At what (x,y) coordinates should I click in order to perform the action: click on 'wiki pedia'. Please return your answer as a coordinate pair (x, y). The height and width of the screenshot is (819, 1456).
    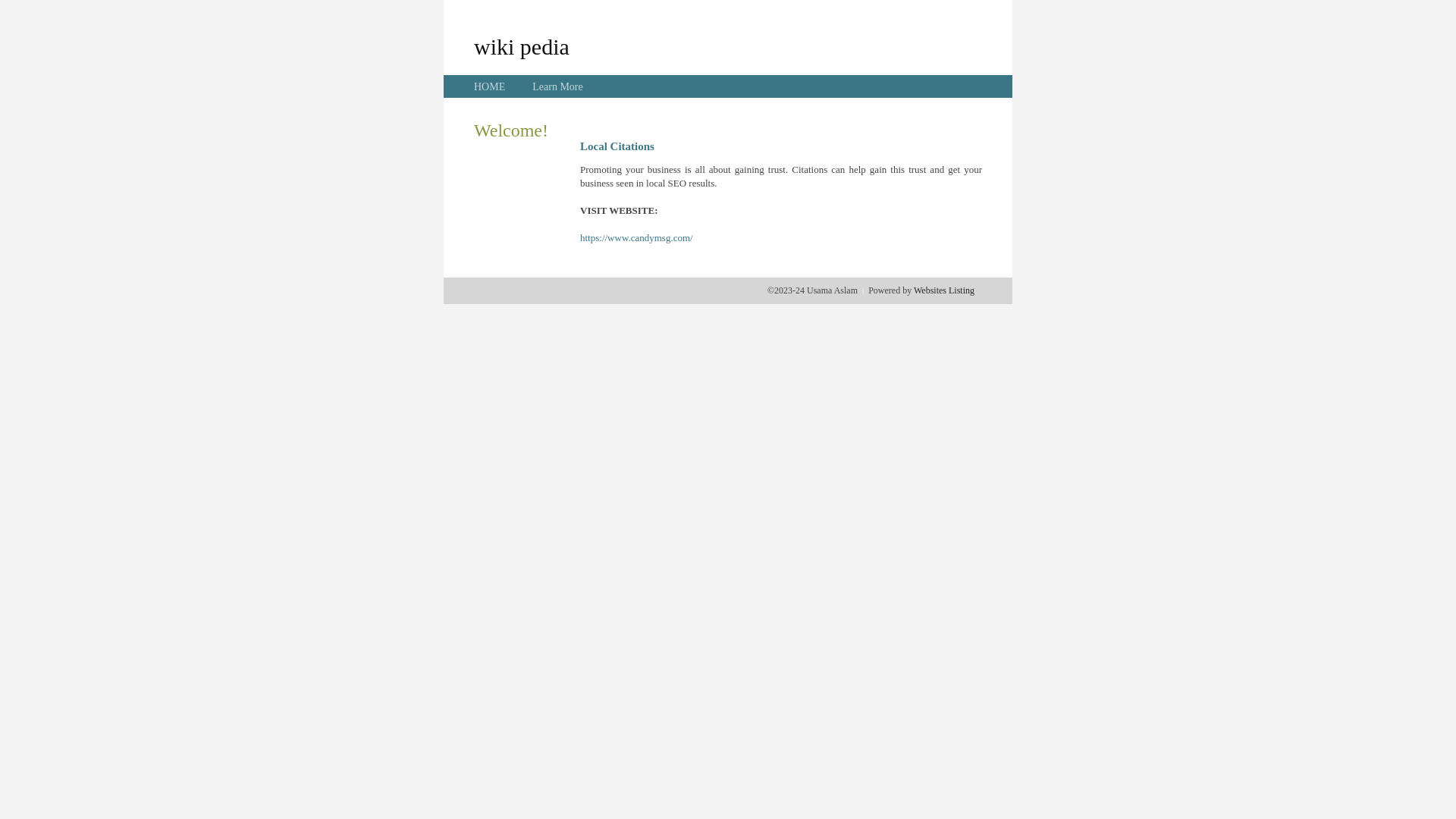
    Looking at the image, I should click on (521, 45).